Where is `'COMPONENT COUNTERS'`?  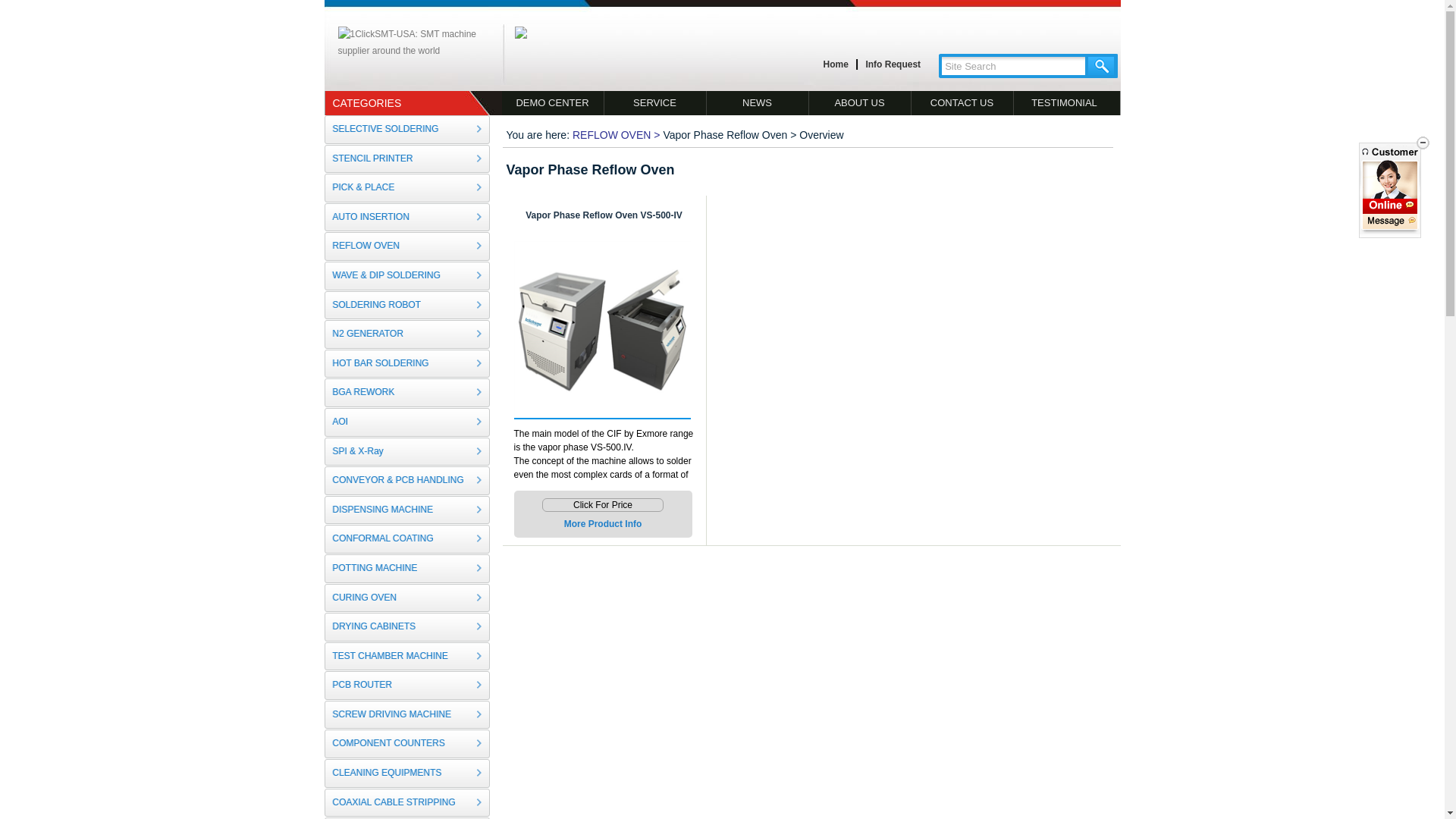 'COMPONENT COUNTERS' is located at coordinates (407, 742).